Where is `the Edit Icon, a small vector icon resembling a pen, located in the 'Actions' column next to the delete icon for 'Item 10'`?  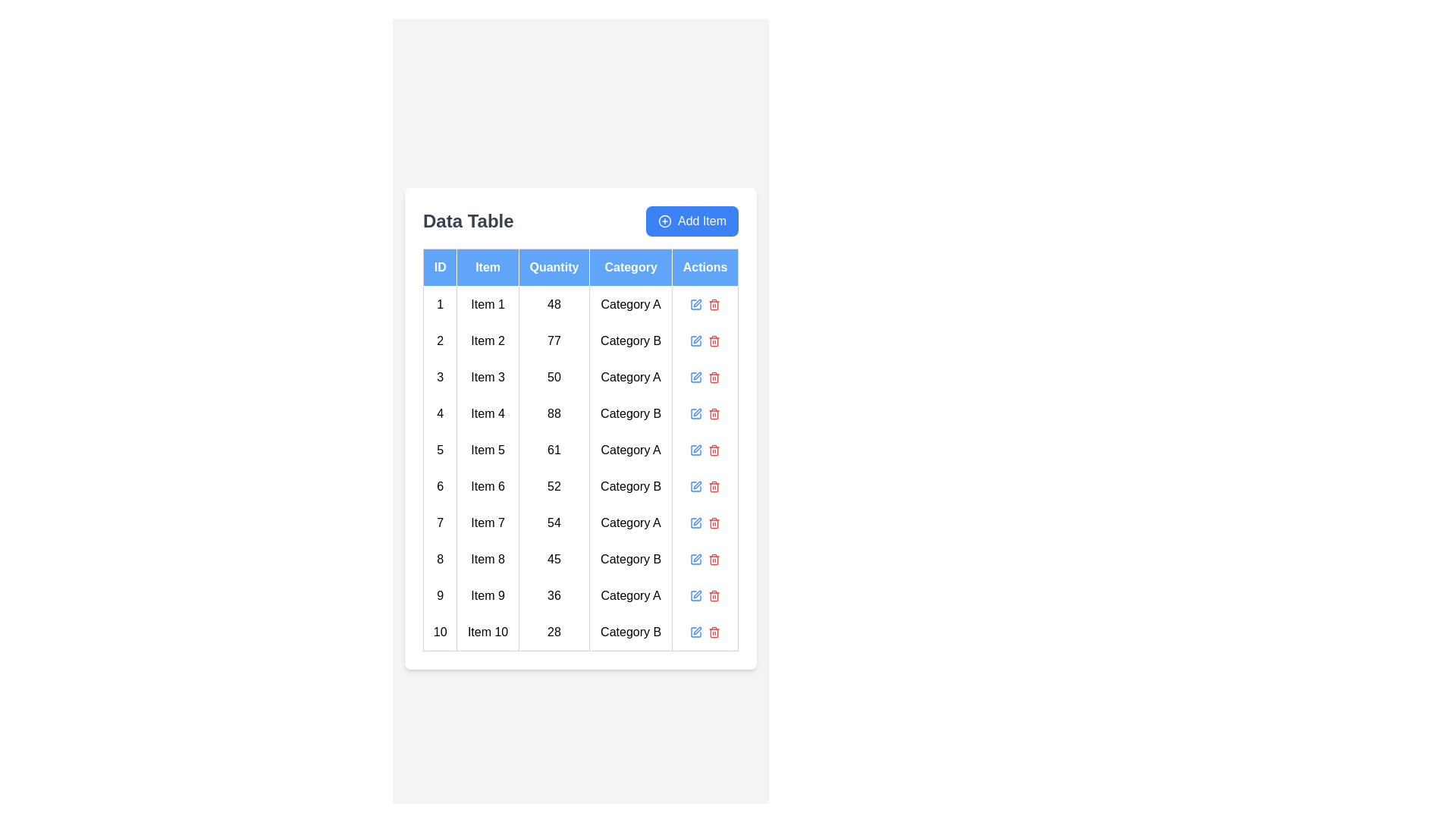
the Edit Icon, a small vector icon resembling a pen, located in the 'Actions' column next to the delete icon for 'Item 10' is located at coordinates (697, 630).